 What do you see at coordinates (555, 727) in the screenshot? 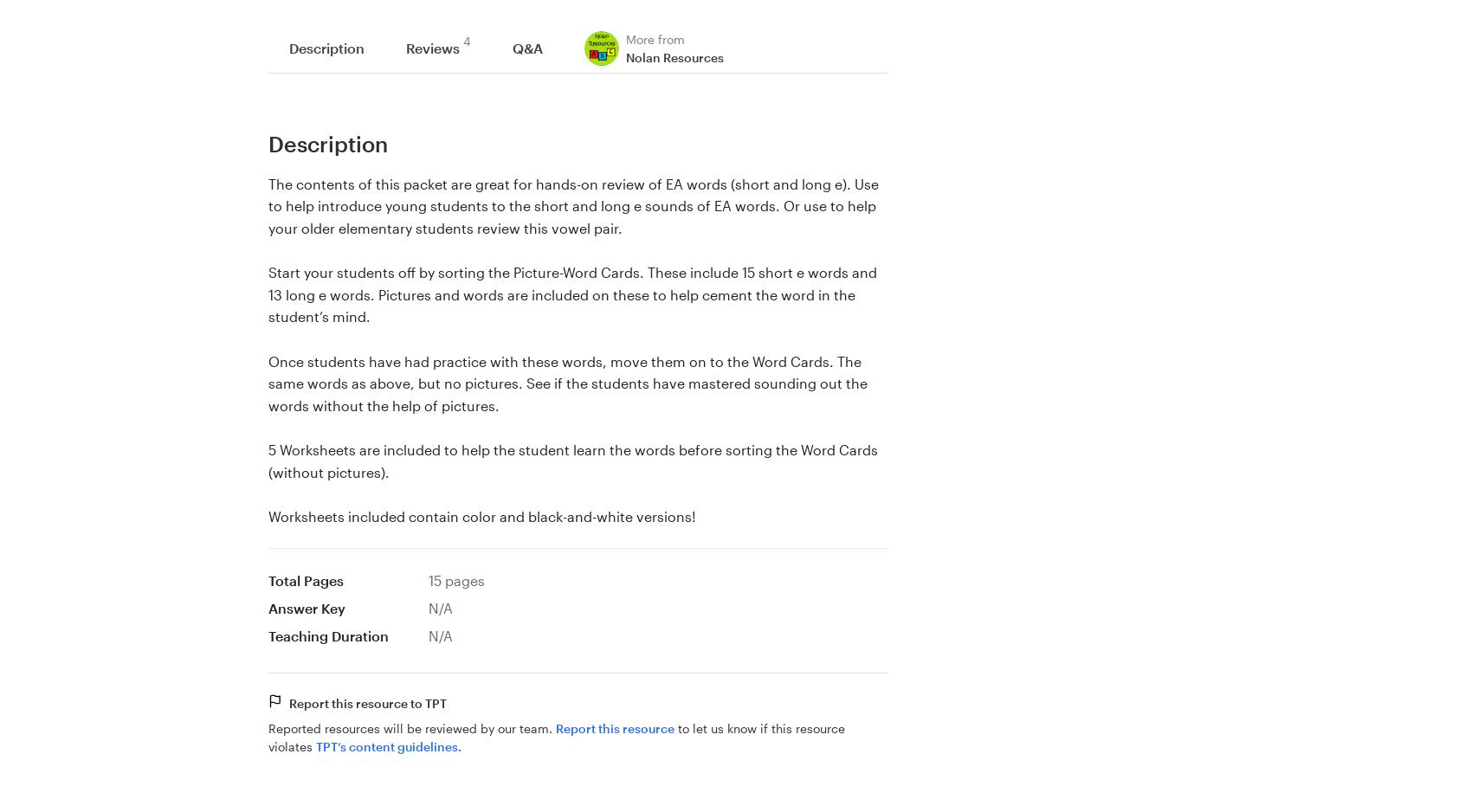
I see `'Report this resource'` at bounding box center [555, 727].